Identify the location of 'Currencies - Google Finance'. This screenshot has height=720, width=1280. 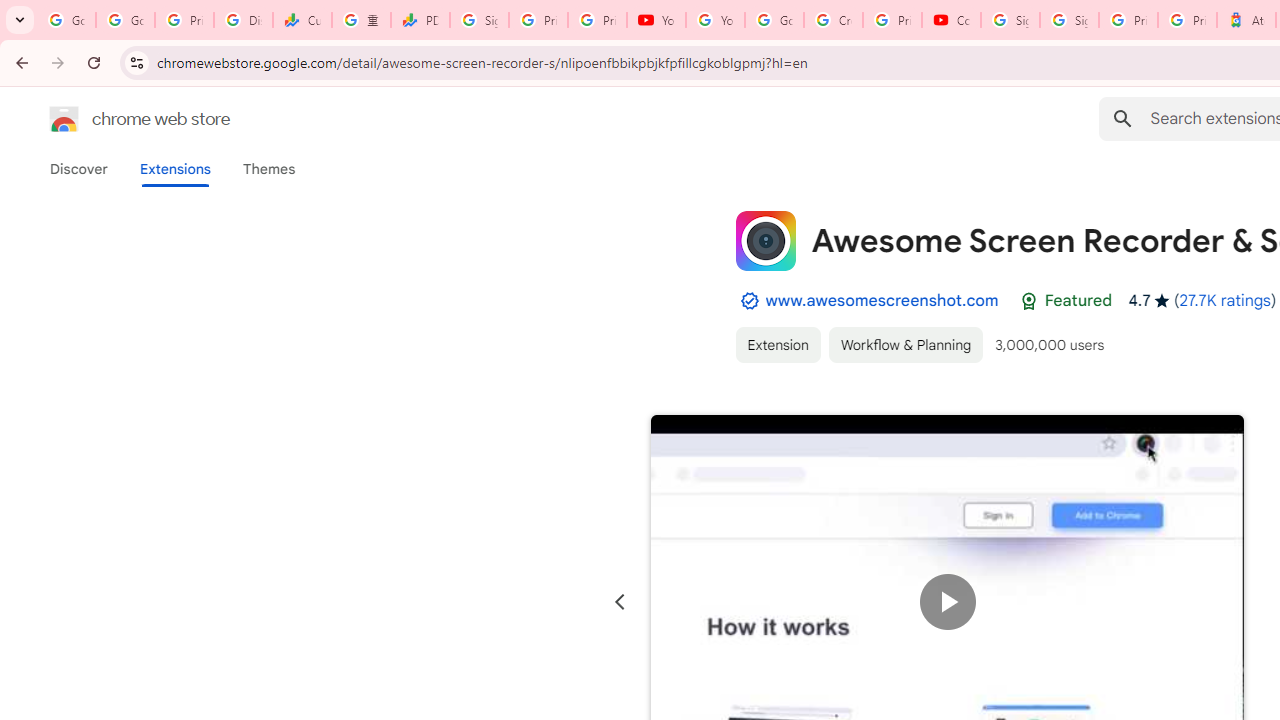
(301, 20).